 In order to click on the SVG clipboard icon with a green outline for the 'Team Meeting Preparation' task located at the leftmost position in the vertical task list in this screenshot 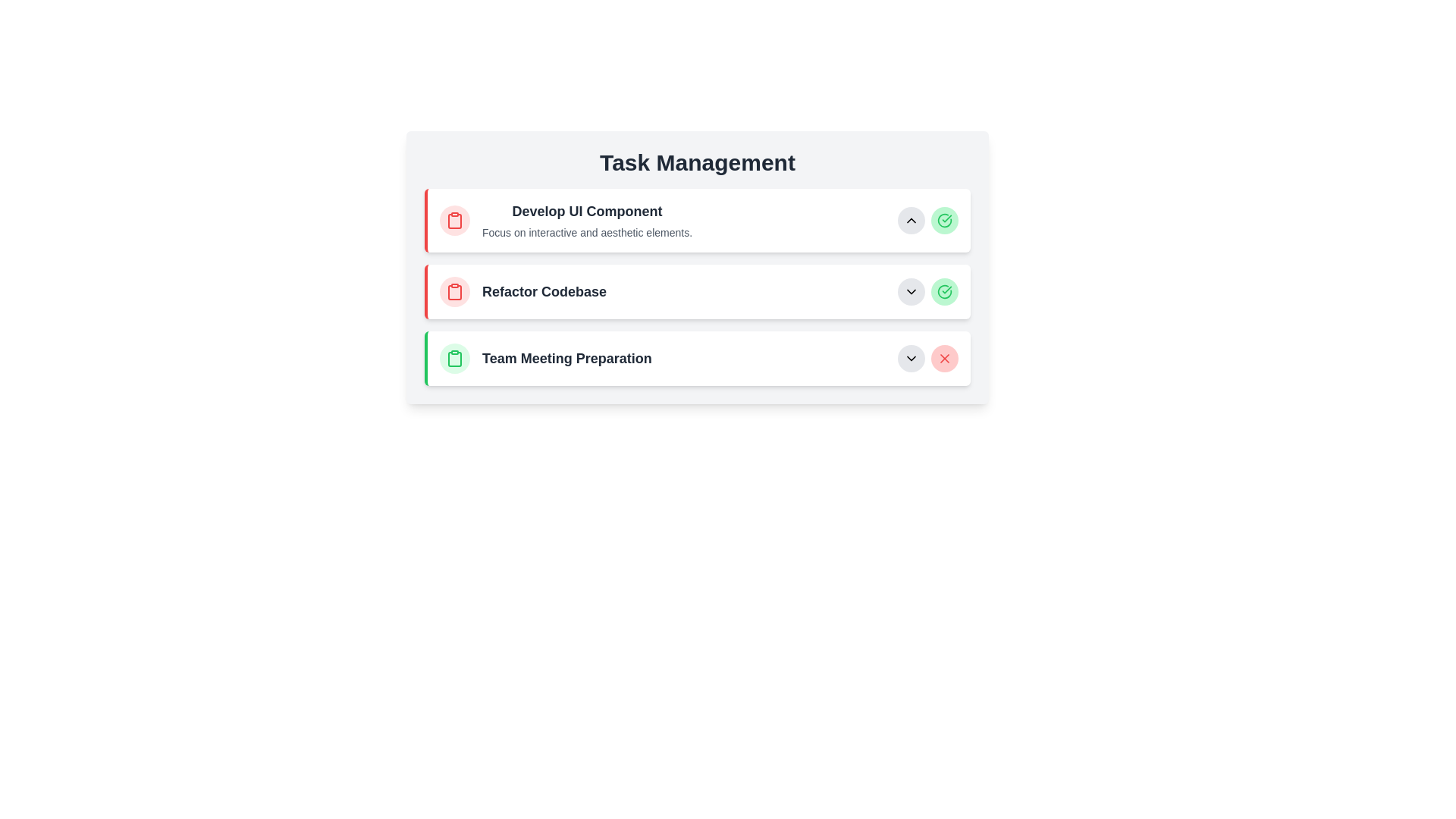, I will do `click(454, 359)`.